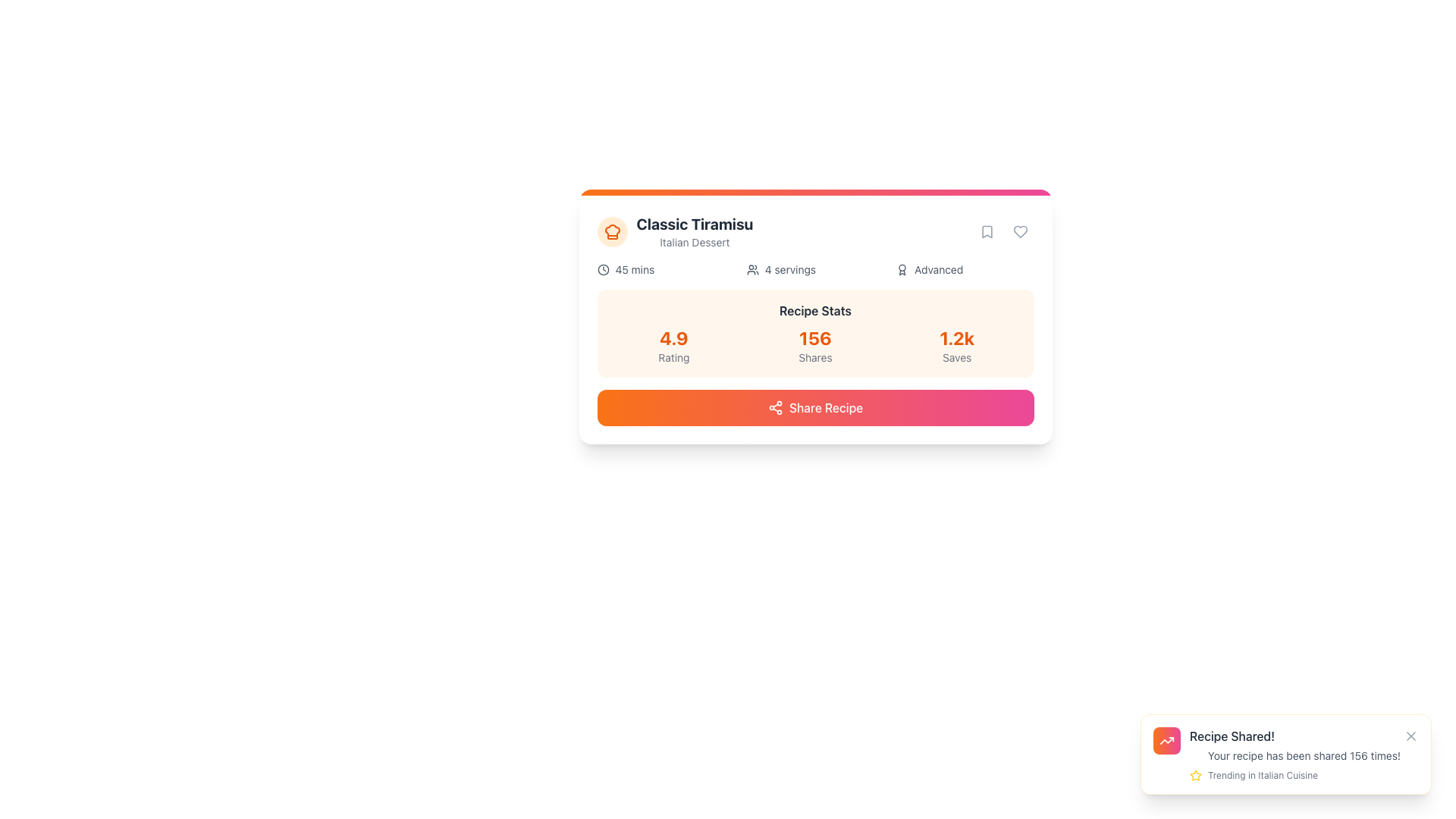 The image size is (1456, 819). Describe the element at coordinates (1166, 739) in the screenshot. I see `the trending arrow icon located within the rounded rectangle badge at the bottom right corner of the notification card` at that location.